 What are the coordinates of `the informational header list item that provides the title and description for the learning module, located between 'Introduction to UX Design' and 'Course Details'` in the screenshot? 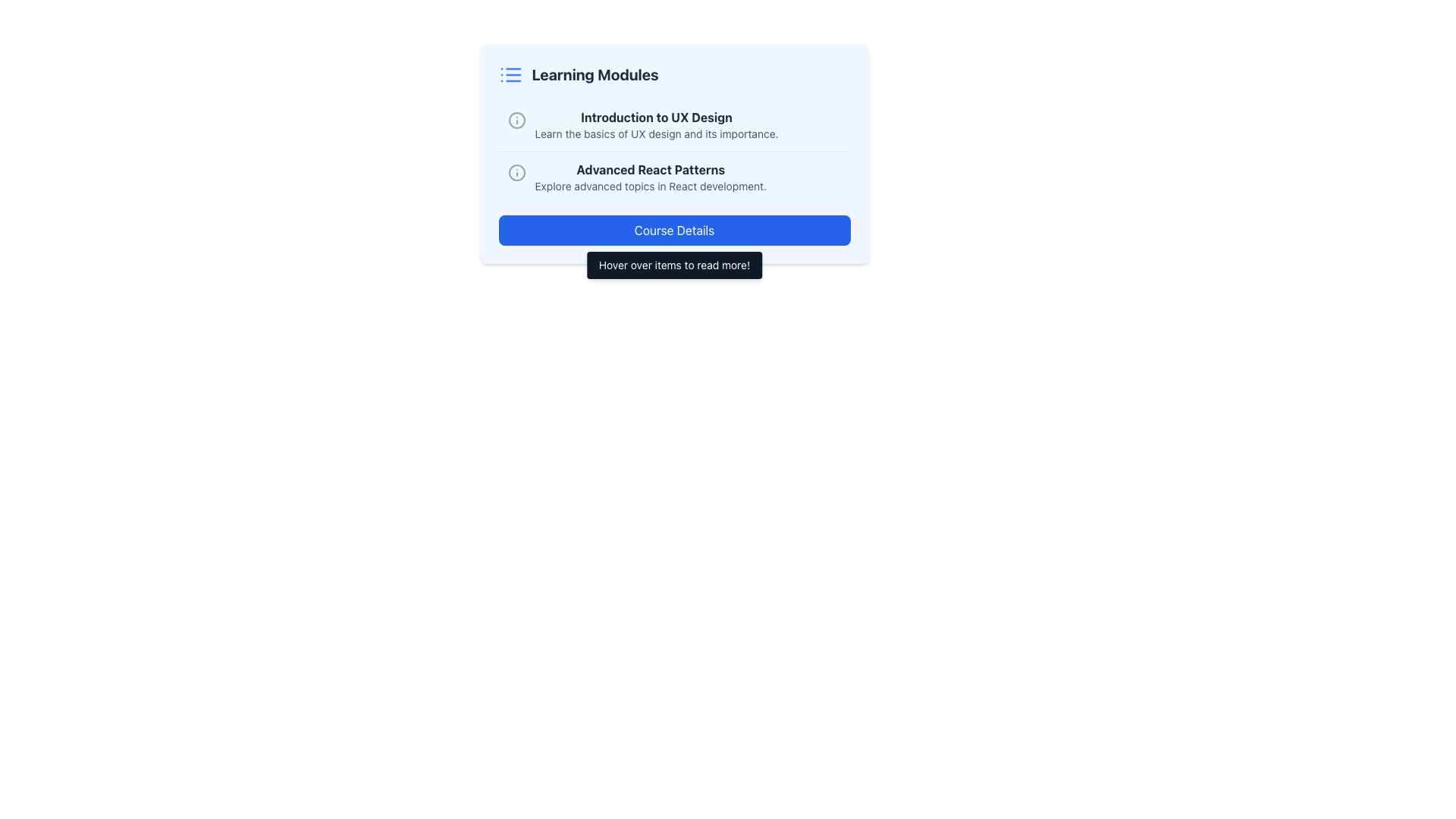 It's located at (673, 176).